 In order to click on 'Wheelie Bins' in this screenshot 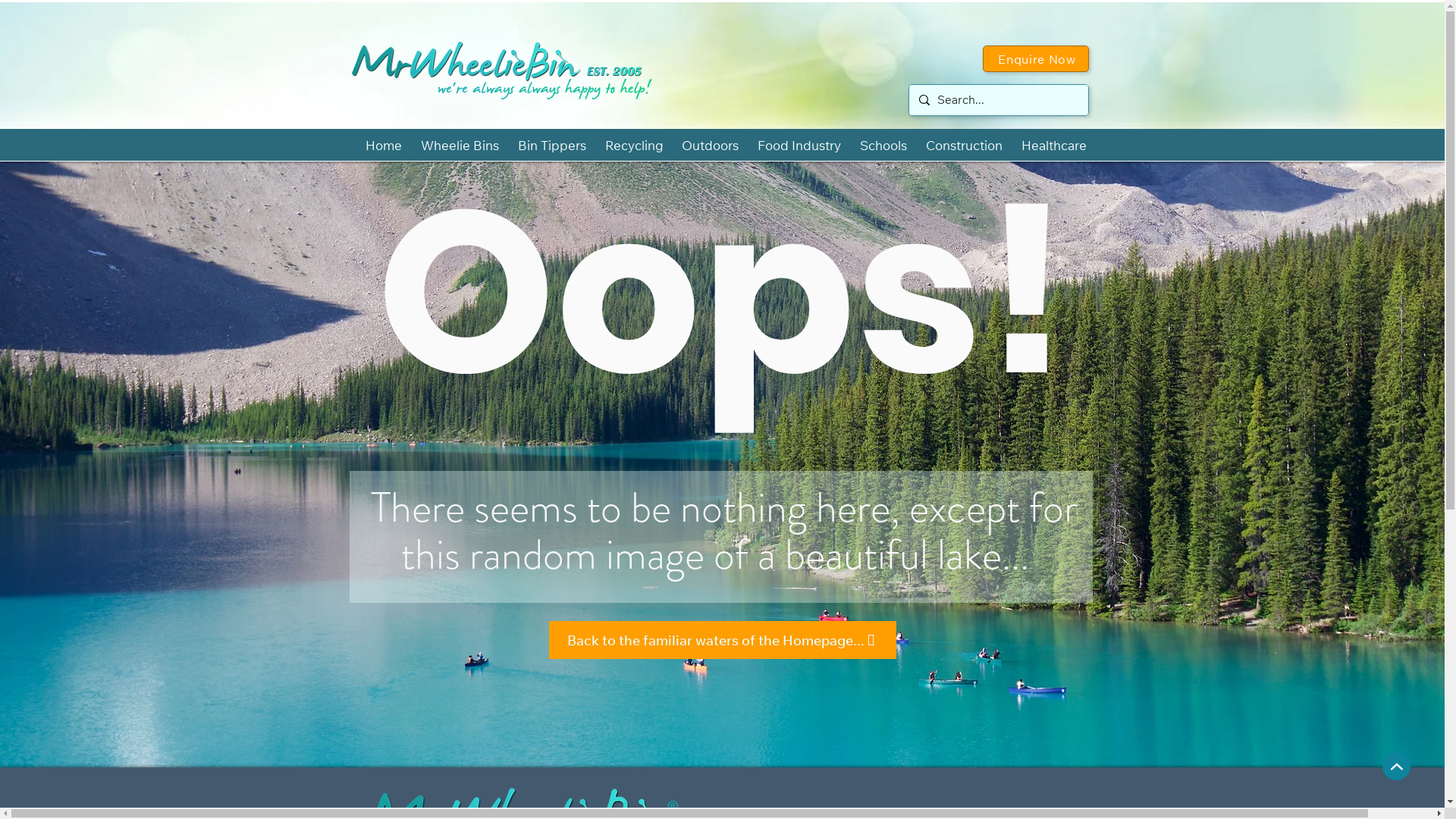, I will do `click(458, 145)`.